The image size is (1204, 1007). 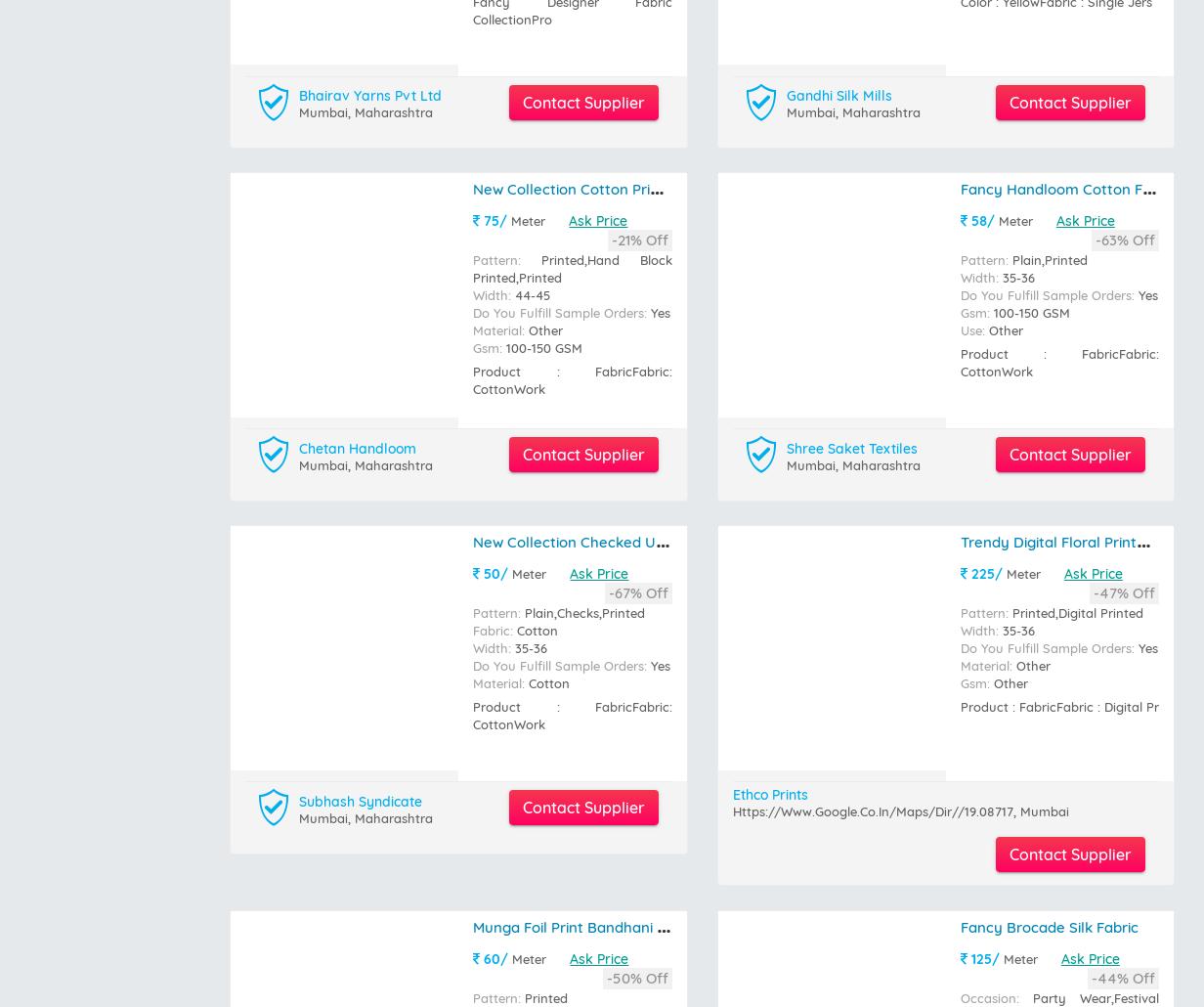 What do you see at coordinates (365, 41) in the screenshot?
I see `'mumbai, maharashtra'` at bounding box center [365, 41].